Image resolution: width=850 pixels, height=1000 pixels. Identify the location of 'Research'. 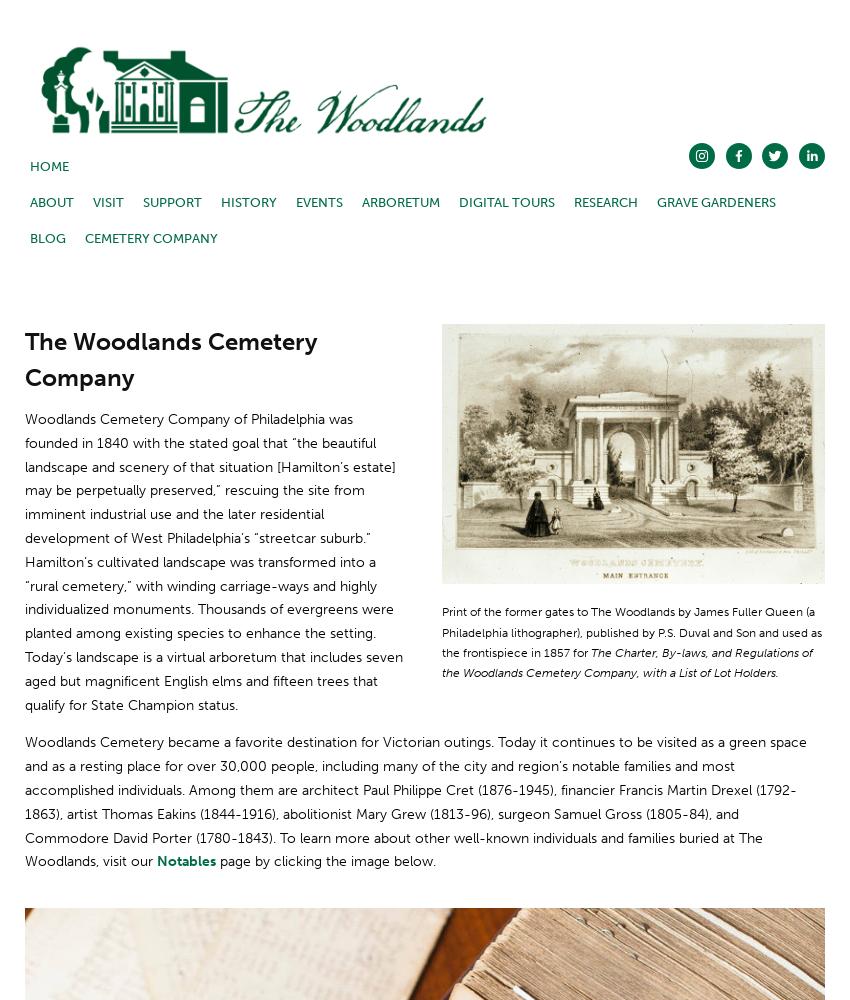
(604, 201).